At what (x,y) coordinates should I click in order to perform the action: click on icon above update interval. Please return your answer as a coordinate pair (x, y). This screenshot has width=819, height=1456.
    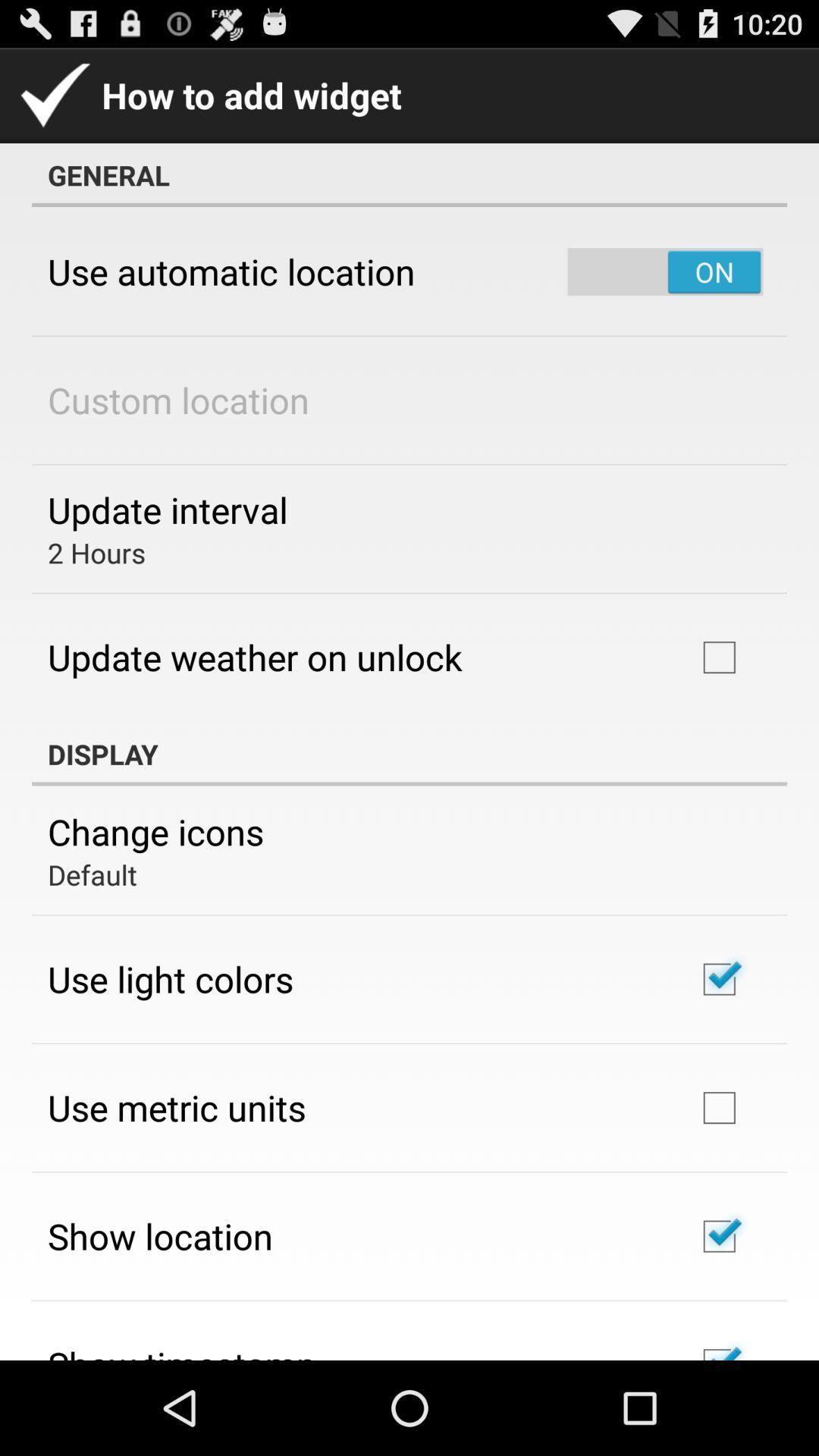
    Looking at the image, I should click on (177, 400).